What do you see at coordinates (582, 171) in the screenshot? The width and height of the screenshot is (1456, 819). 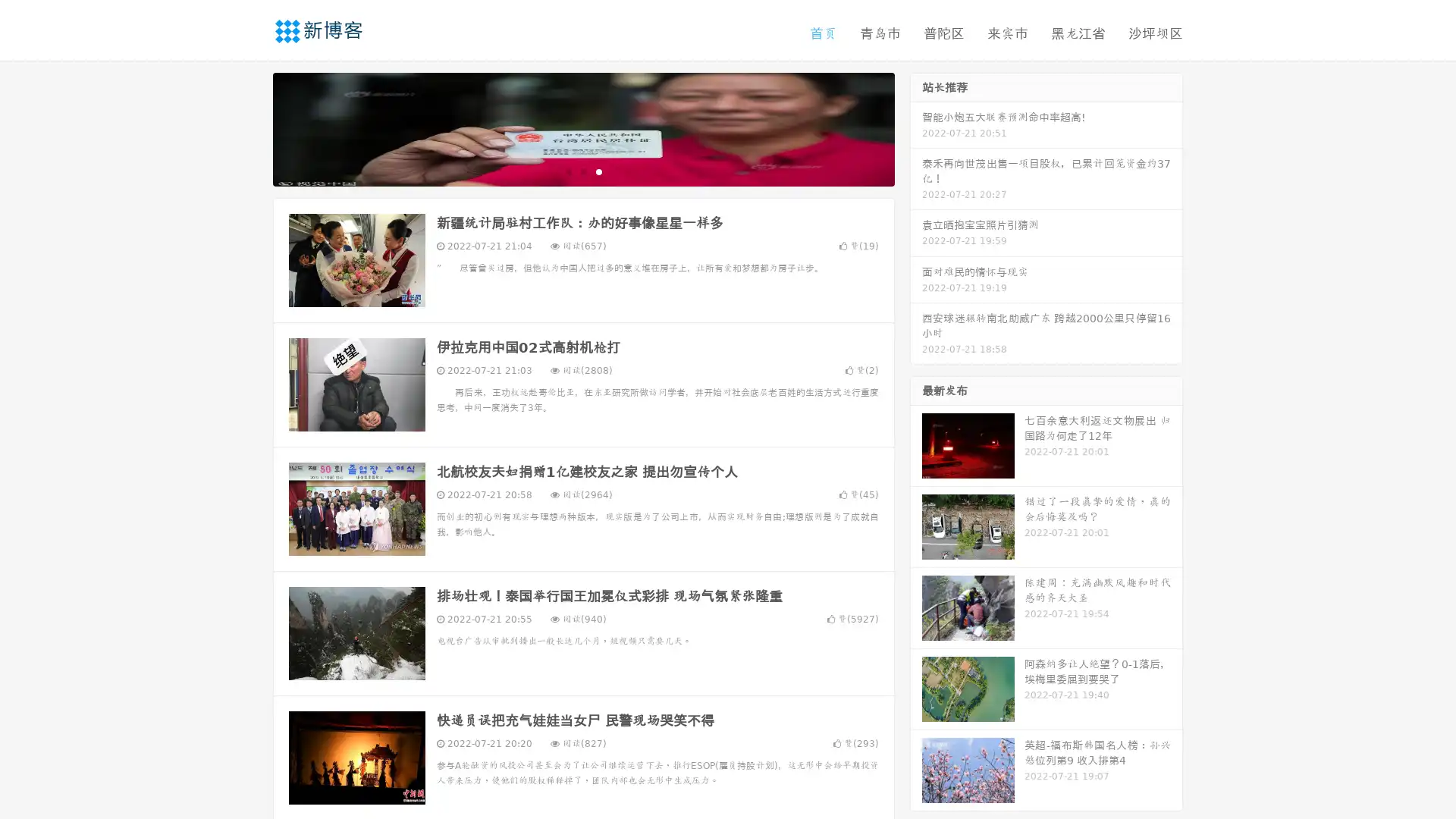 I see `Go to slide 2` at bounding box center [582, 171].